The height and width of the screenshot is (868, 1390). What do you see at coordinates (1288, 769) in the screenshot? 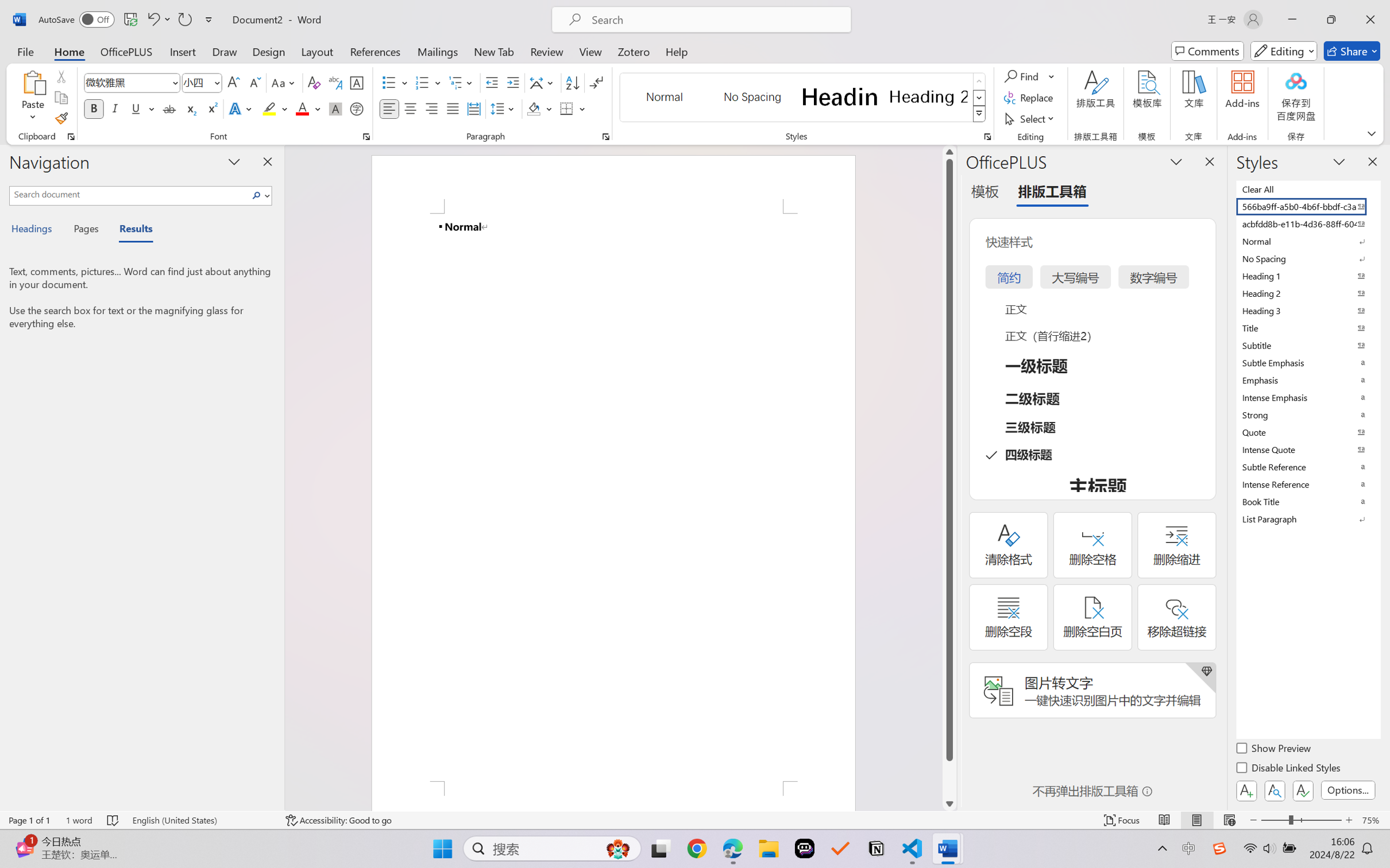
I see `'Disable Linked Styles'` at bounding box center [1288, 769].